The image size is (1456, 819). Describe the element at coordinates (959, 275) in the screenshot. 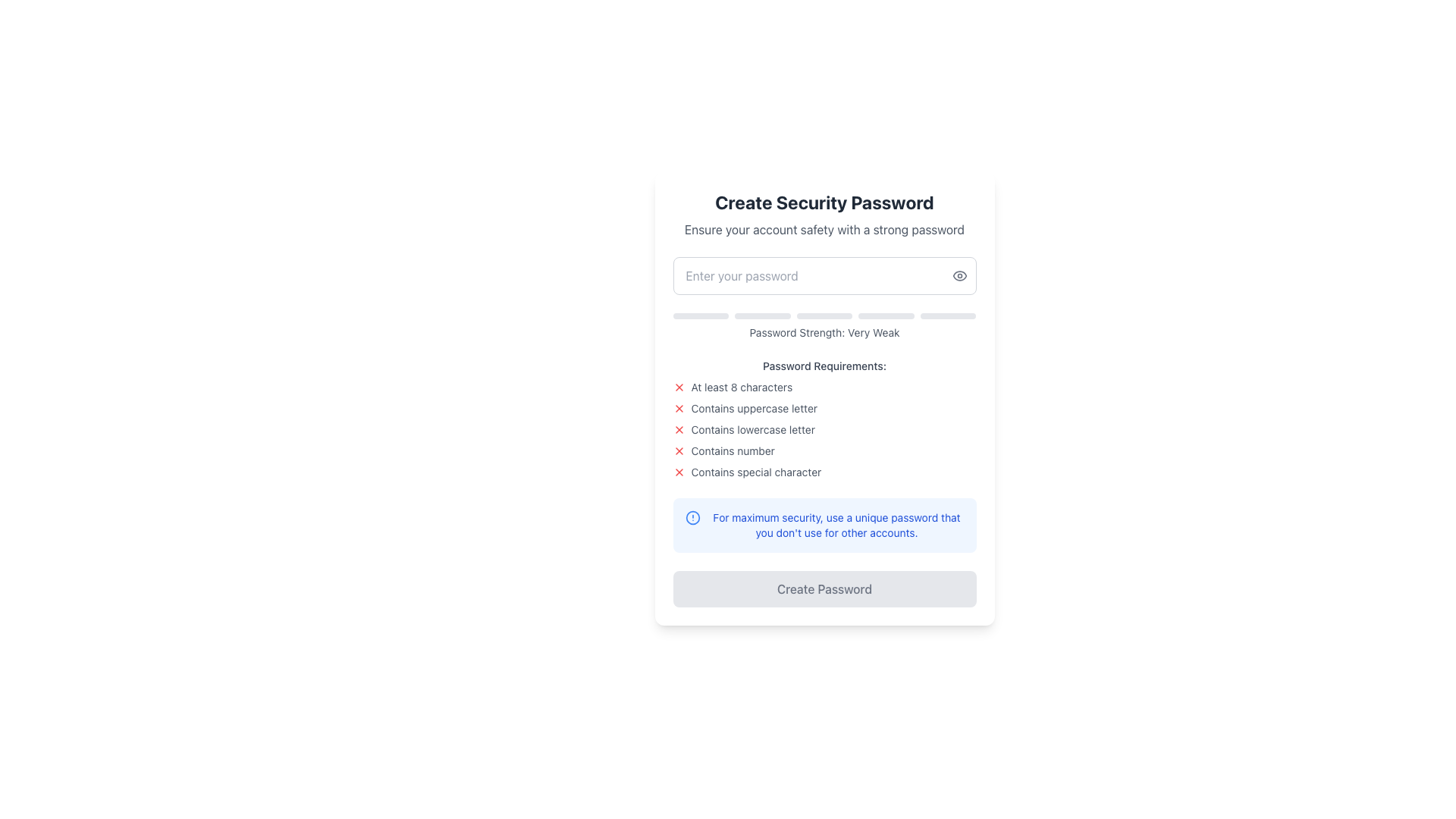

I see `the small eye icon button positioned to the right of the password input field to trigger its color change` at that location.